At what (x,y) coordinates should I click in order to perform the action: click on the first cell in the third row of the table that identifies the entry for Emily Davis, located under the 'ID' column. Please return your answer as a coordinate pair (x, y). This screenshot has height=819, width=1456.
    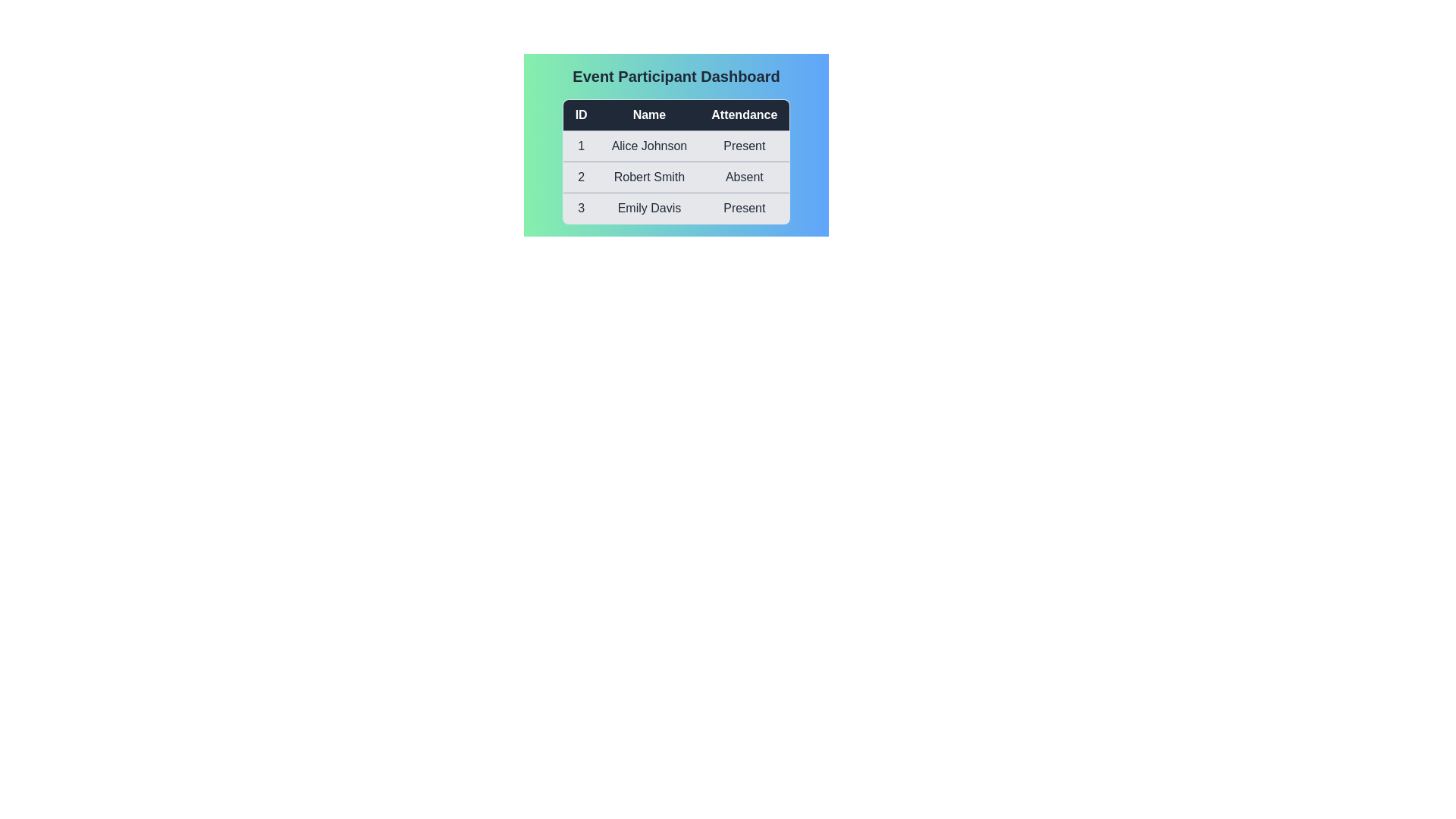
    Looking at the image, I should click on (580, 208).